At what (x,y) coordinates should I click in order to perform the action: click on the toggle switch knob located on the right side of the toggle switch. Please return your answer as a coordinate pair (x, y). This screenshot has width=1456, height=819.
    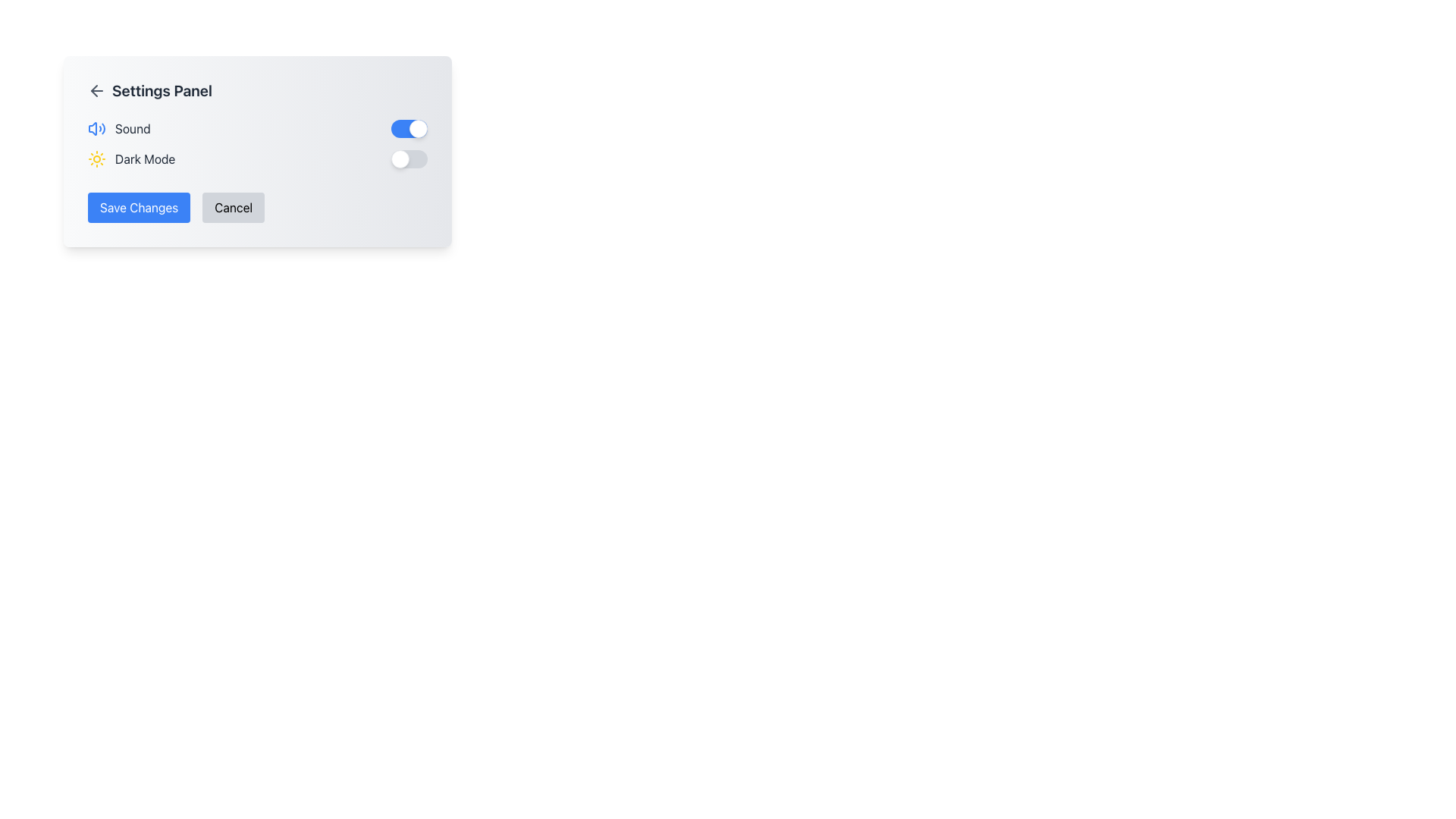
    Looking at the image, I should click on (419, 127).